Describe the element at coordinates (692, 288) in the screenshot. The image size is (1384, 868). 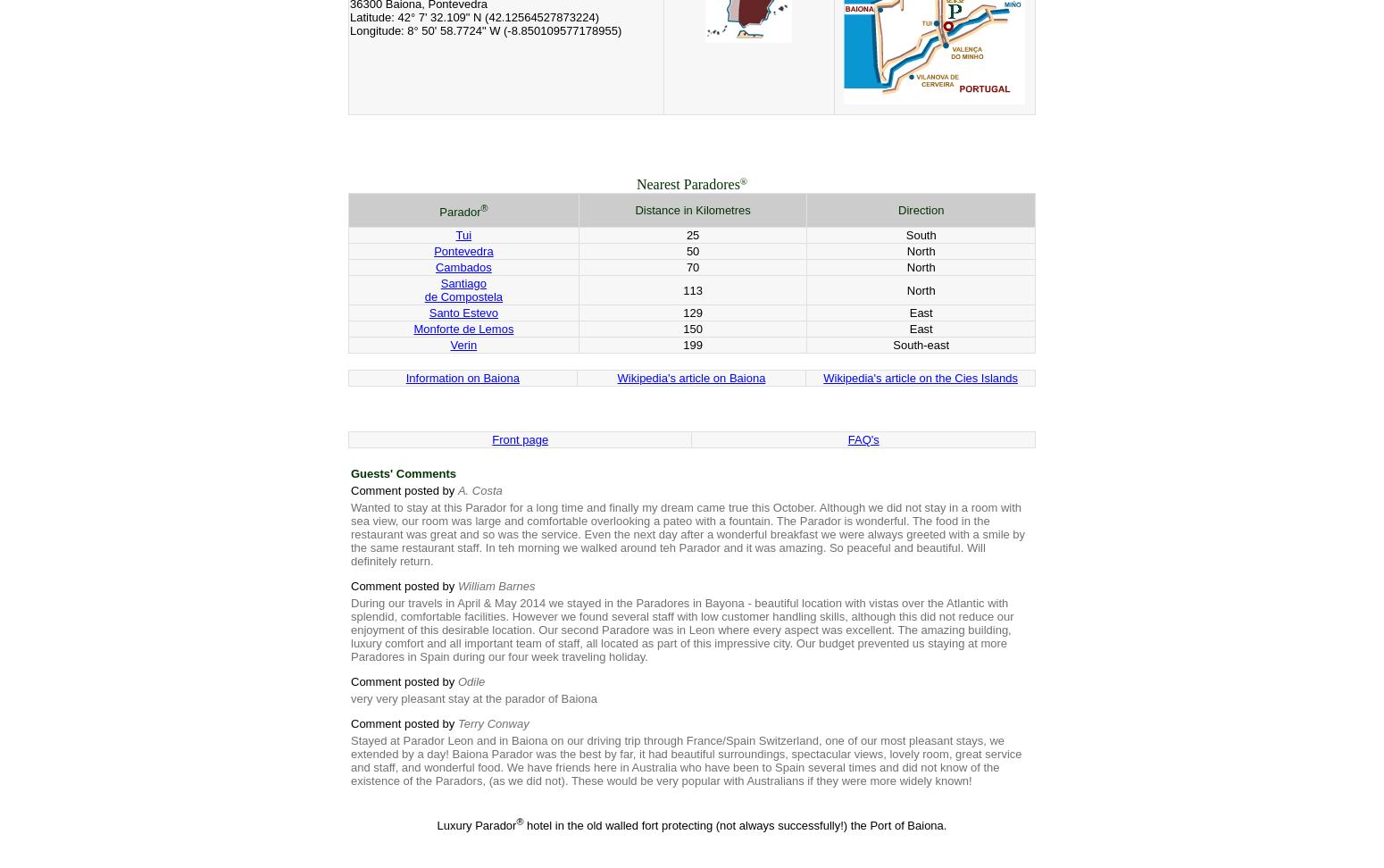
I see `'113'` at that location.